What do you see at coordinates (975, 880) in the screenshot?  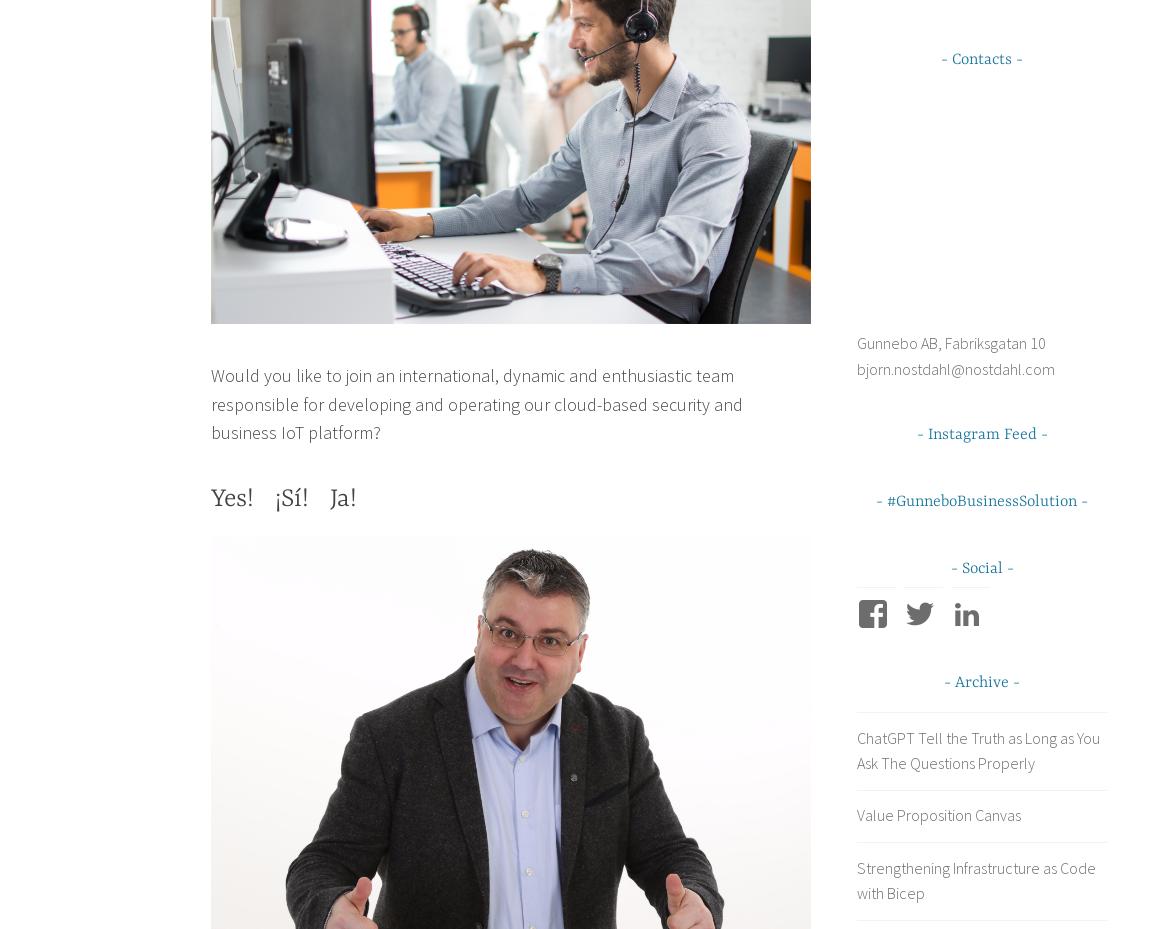 I see `'Strengthening Infrastructure as Code with Bicep'` at bounding box center [975, 880].